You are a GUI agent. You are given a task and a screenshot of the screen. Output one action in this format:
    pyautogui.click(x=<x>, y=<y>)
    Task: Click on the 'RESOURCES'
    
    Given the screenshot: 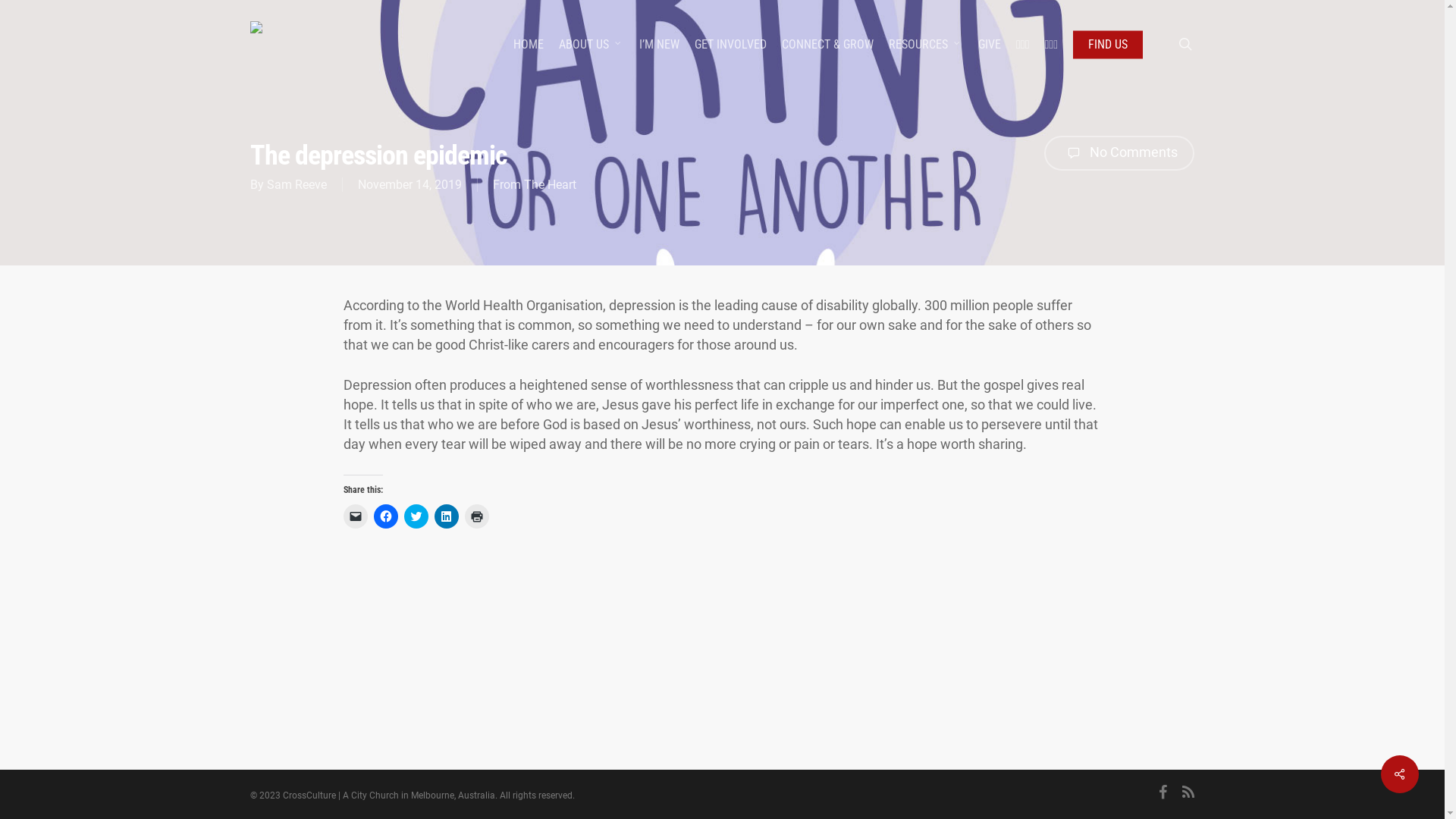 What is the action you would take?
    pyautogui.click(x=924, y=42)
    